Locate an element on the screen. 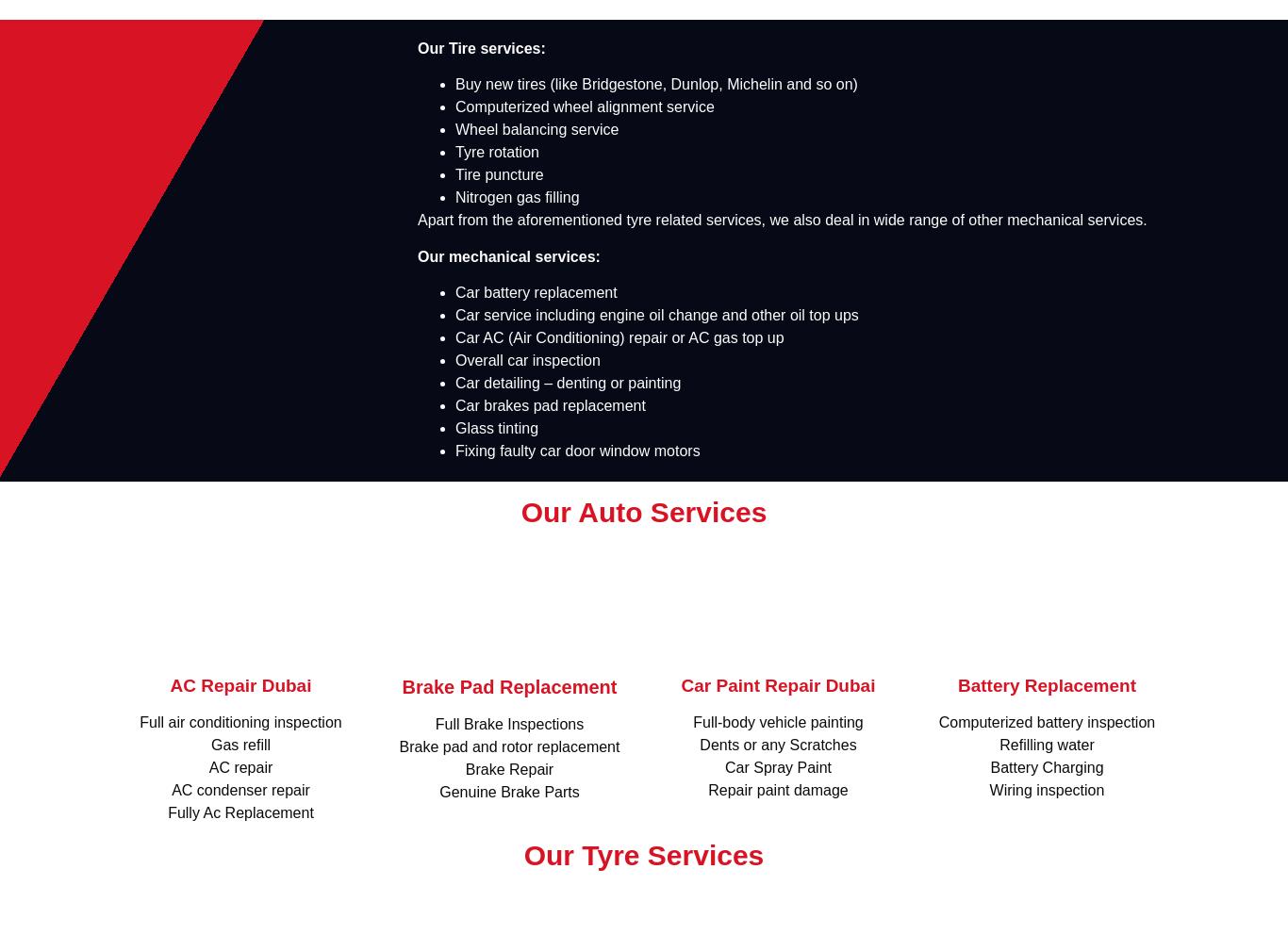 Image resolution: width=1288 pixels, height=951 pixels. 'AC repair' is located at coordinates (240, 767).